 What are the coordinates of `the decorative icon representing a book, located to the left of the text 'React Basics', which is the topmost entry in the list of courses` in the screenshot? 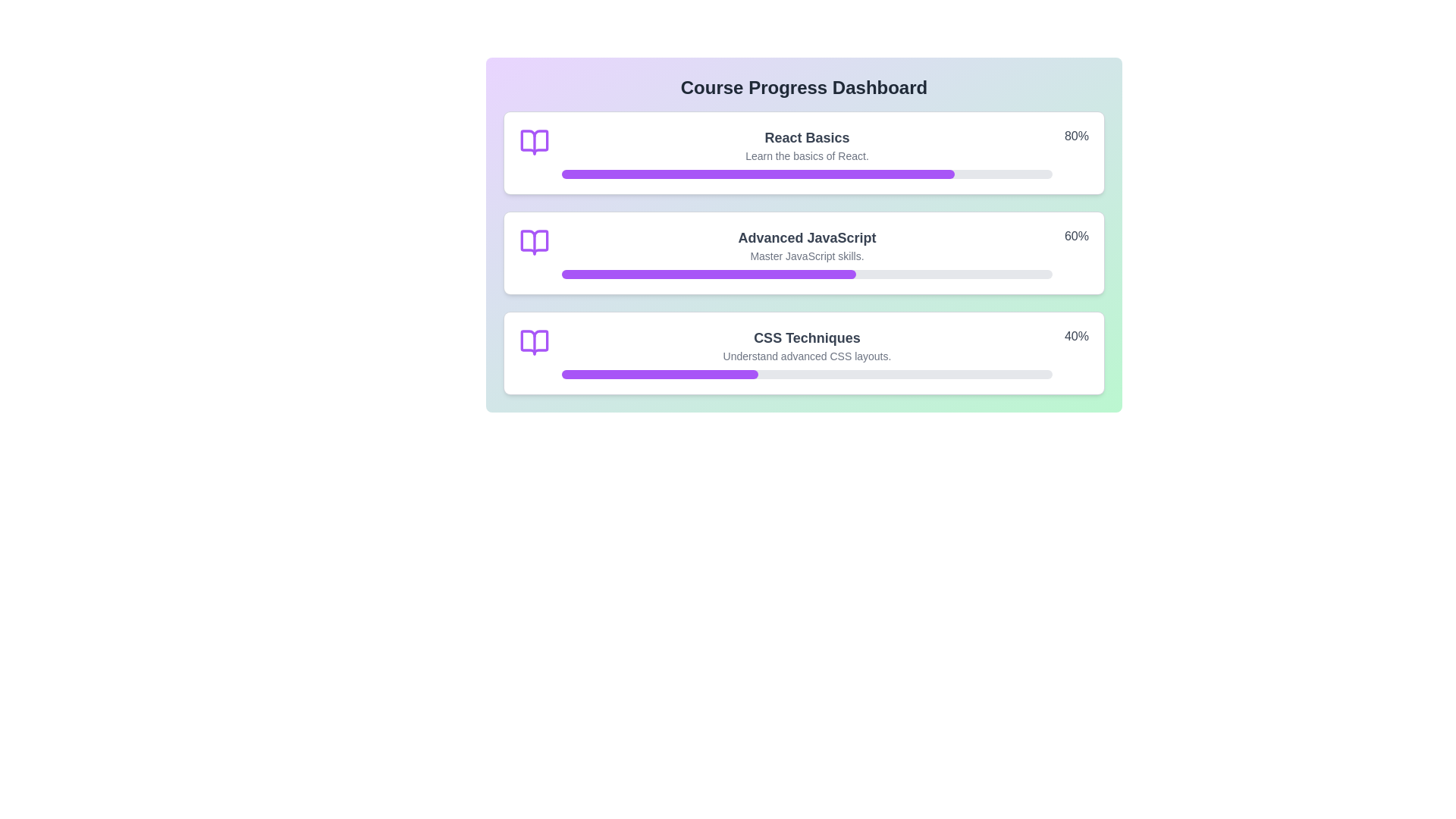 It's located at (535, 143).